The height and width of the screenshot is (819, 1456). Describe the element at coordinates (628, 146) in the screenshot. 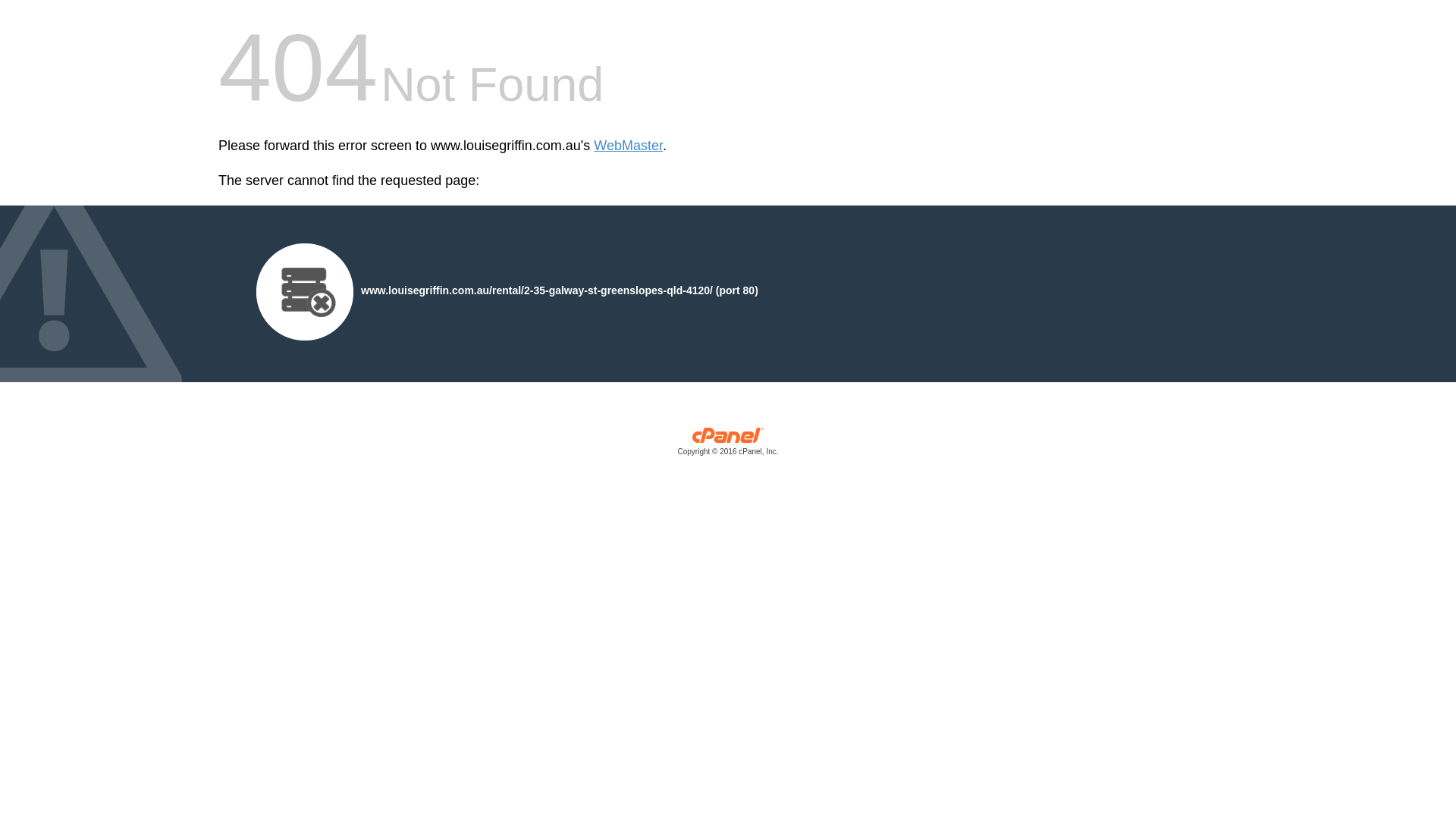

I see `'WebMaster'` at that location.